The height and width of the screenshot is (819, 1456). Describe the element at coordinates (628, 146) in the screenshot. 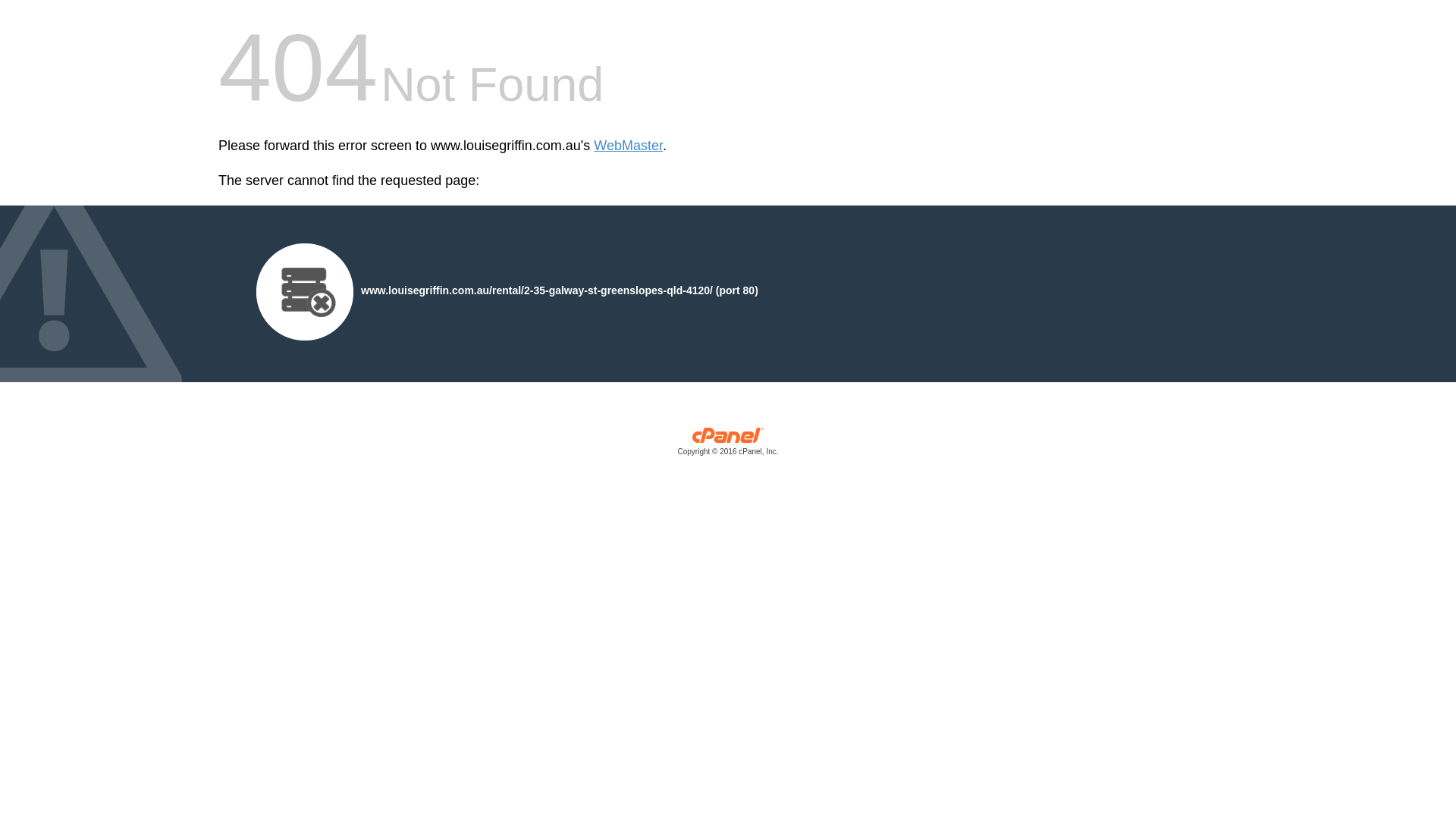

I see `'WebMaster'` at that location.